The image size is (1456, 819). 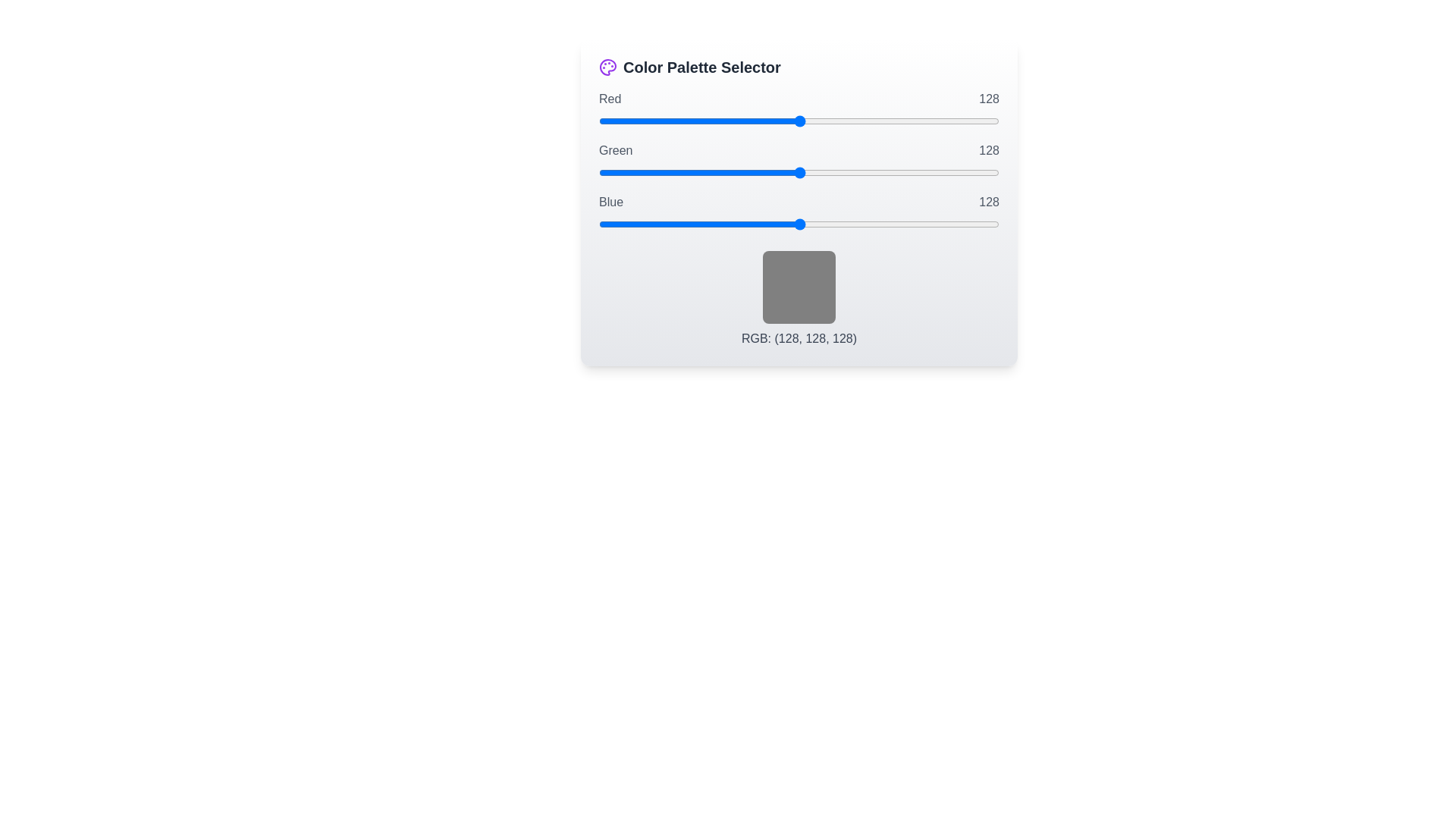 What do you see at coordinates (799, 171) in the screenshot?
I see `the 1 slider to 144 to observe the color preview box update` at bounding box center [799, 171].